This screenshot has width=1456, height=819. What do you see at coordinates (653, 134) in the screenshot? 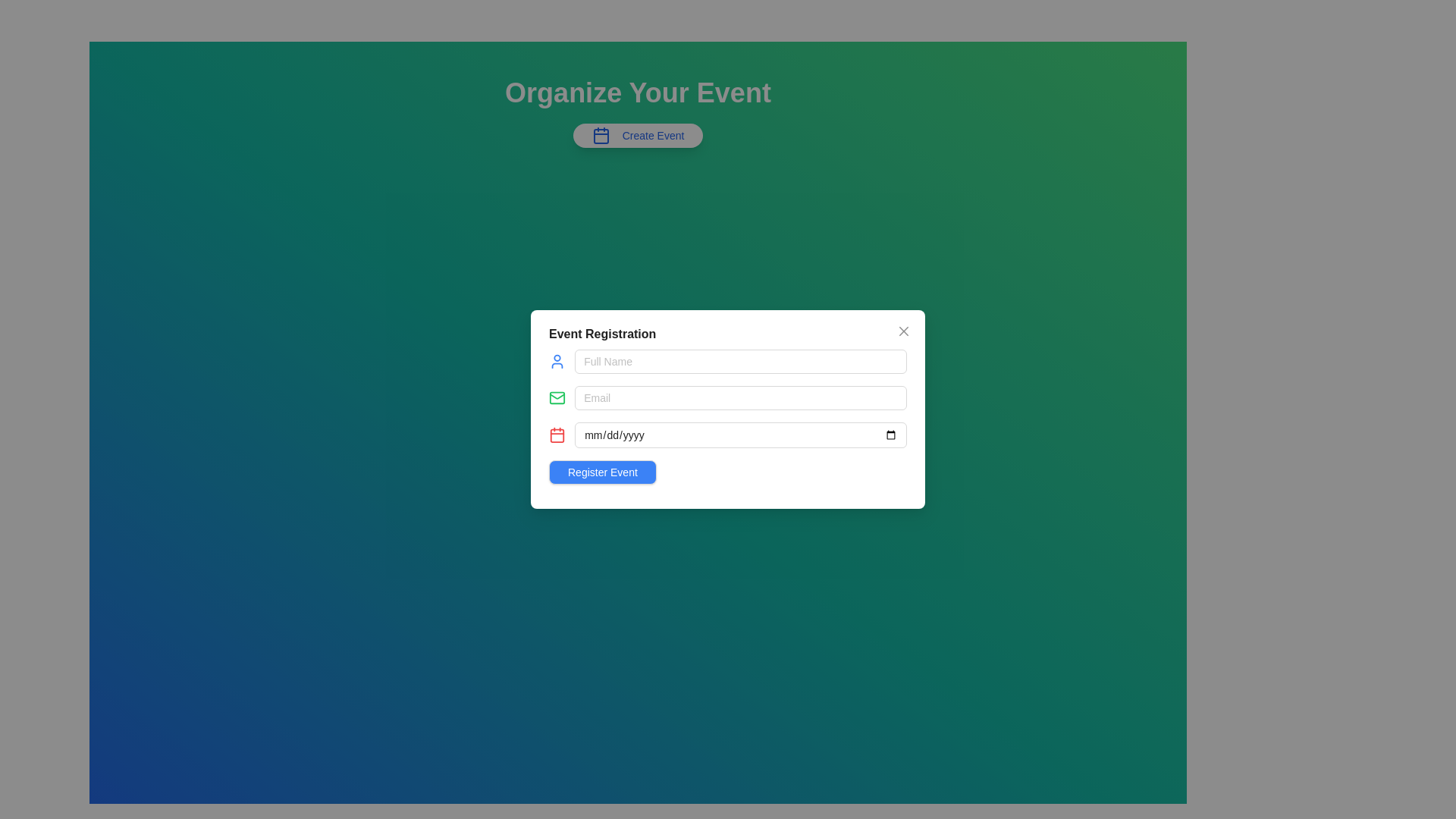
I see `the 'Create Event' text label, which is part of a button with a rounded shape and a calendar icon` at bounding box center [653, 134].